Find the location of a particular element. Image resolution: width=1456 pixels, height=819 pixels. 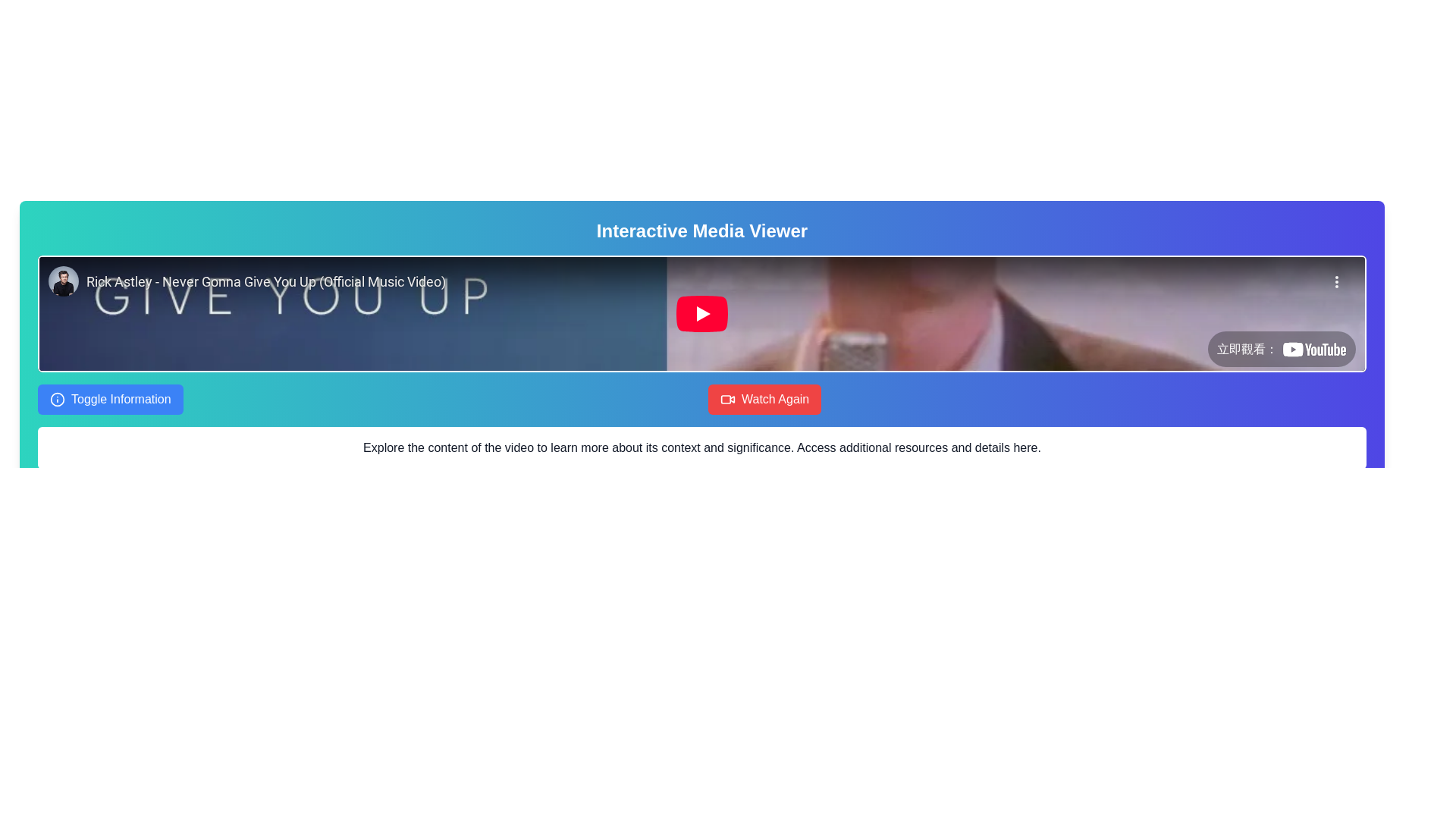

the interactive section containing two buttons, 'Toggle Information' and 'Watch Again' is located at coordinates (701, 399).